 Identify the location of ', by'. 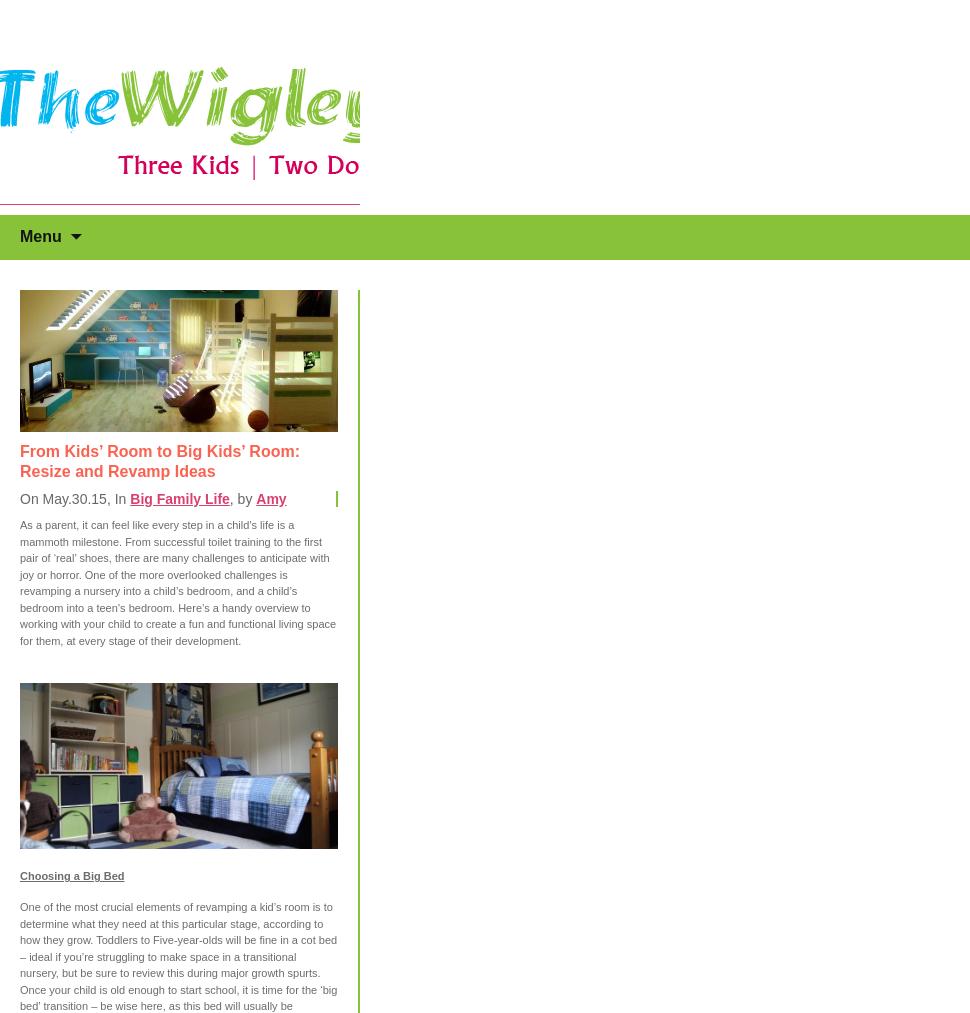
(229, 498).